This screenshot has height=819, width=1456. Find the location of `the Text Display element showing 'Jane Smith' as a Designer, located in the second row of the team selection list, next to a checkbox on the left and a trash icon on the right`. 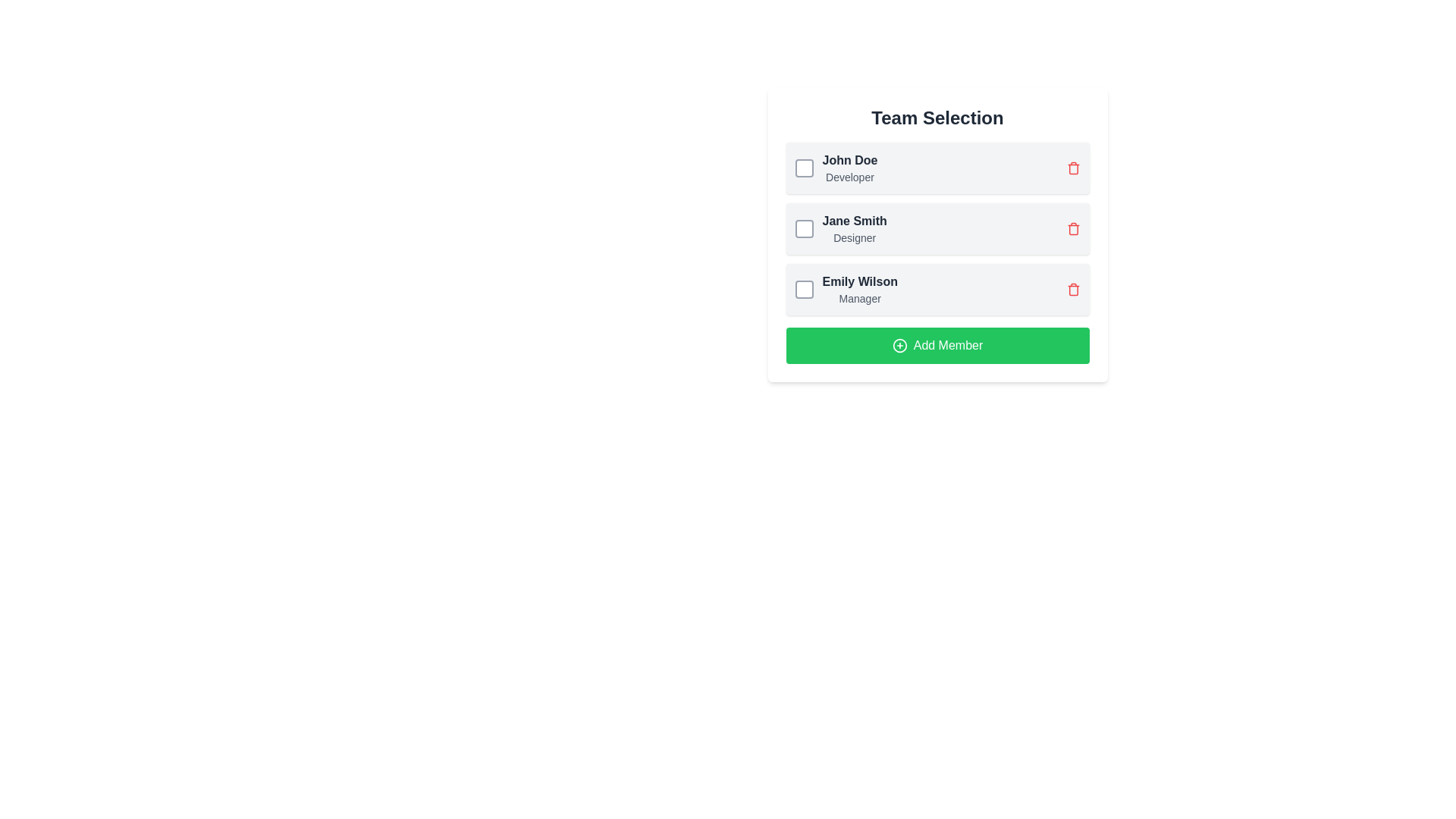

the Text Display element showing 'Jane Smith' as a Designer, located in the second row of the team selection list, next to a checkbox on the left and a trash icon on the right is located at coordinates (840, 228).